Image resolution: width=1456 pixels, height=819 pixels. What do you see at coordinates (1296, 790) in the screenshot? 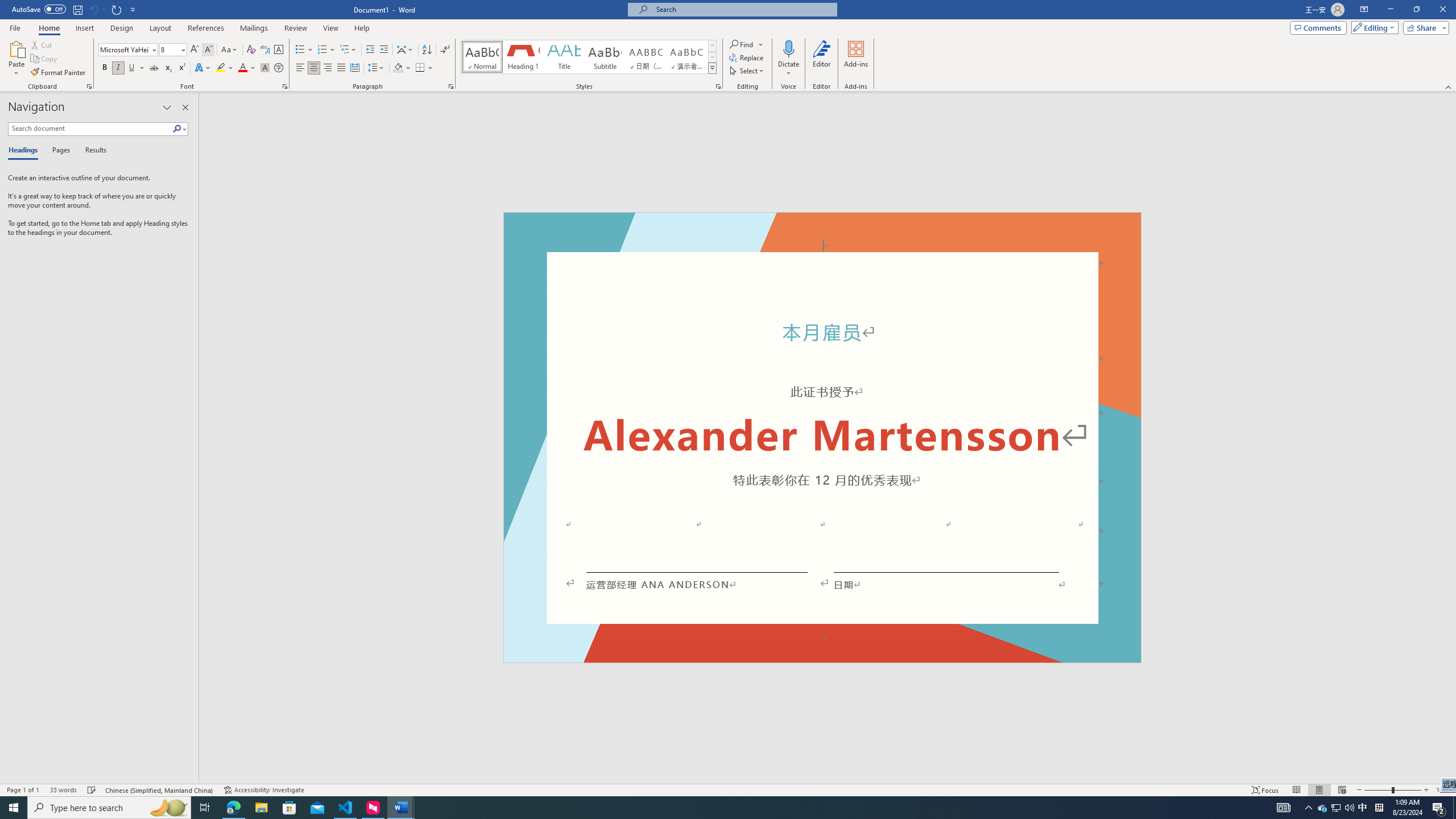
I see `'Read Mode'` at bounding box center [1296, 790].